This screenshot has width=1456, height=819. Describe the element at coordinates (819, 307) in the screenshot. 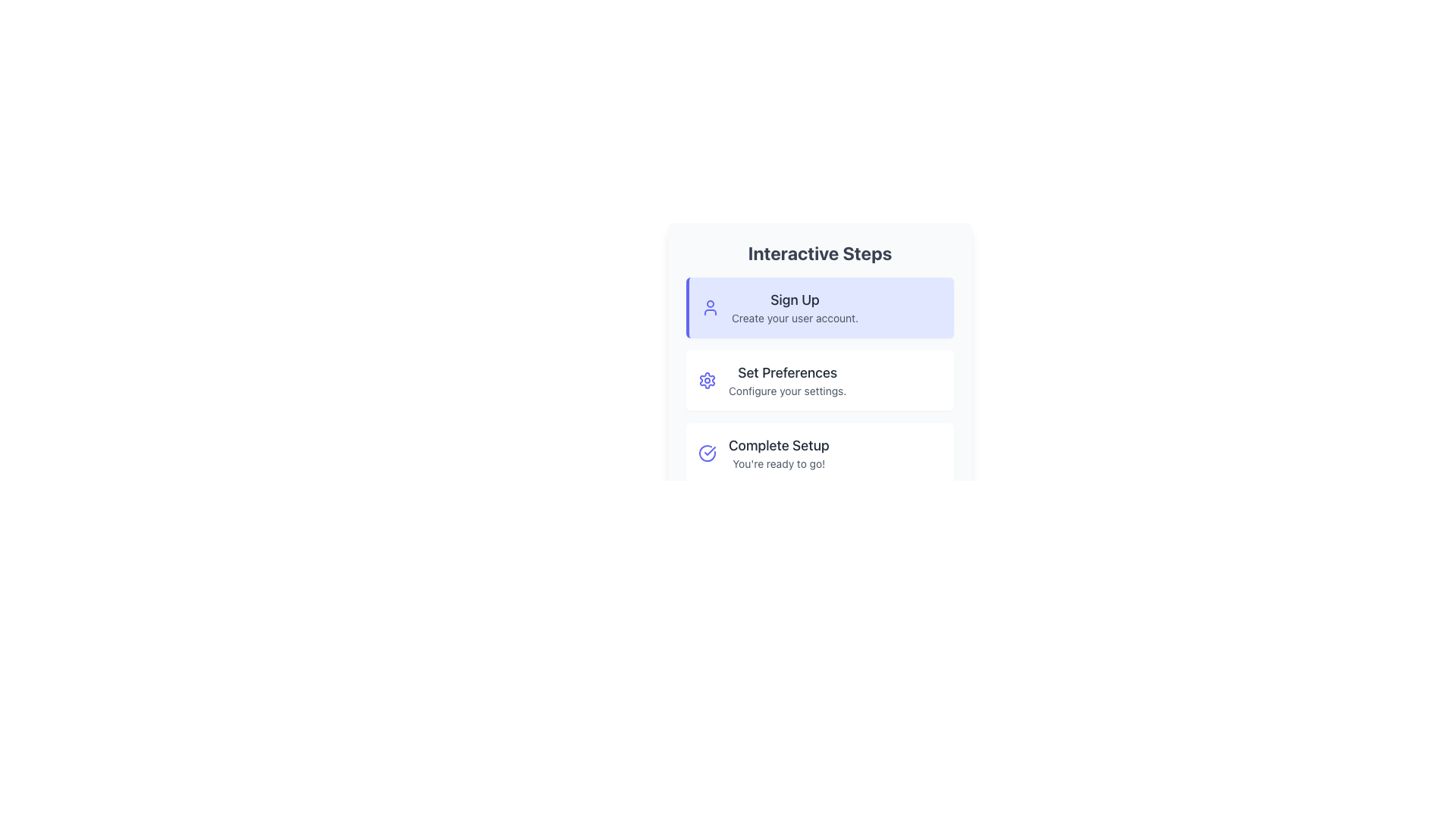

I see `text content of the first List Item in the Interactive Steps section, which has a light indigo background and contains the title 'Sign Up' followed by the text 'Create your user account.'` at that location.